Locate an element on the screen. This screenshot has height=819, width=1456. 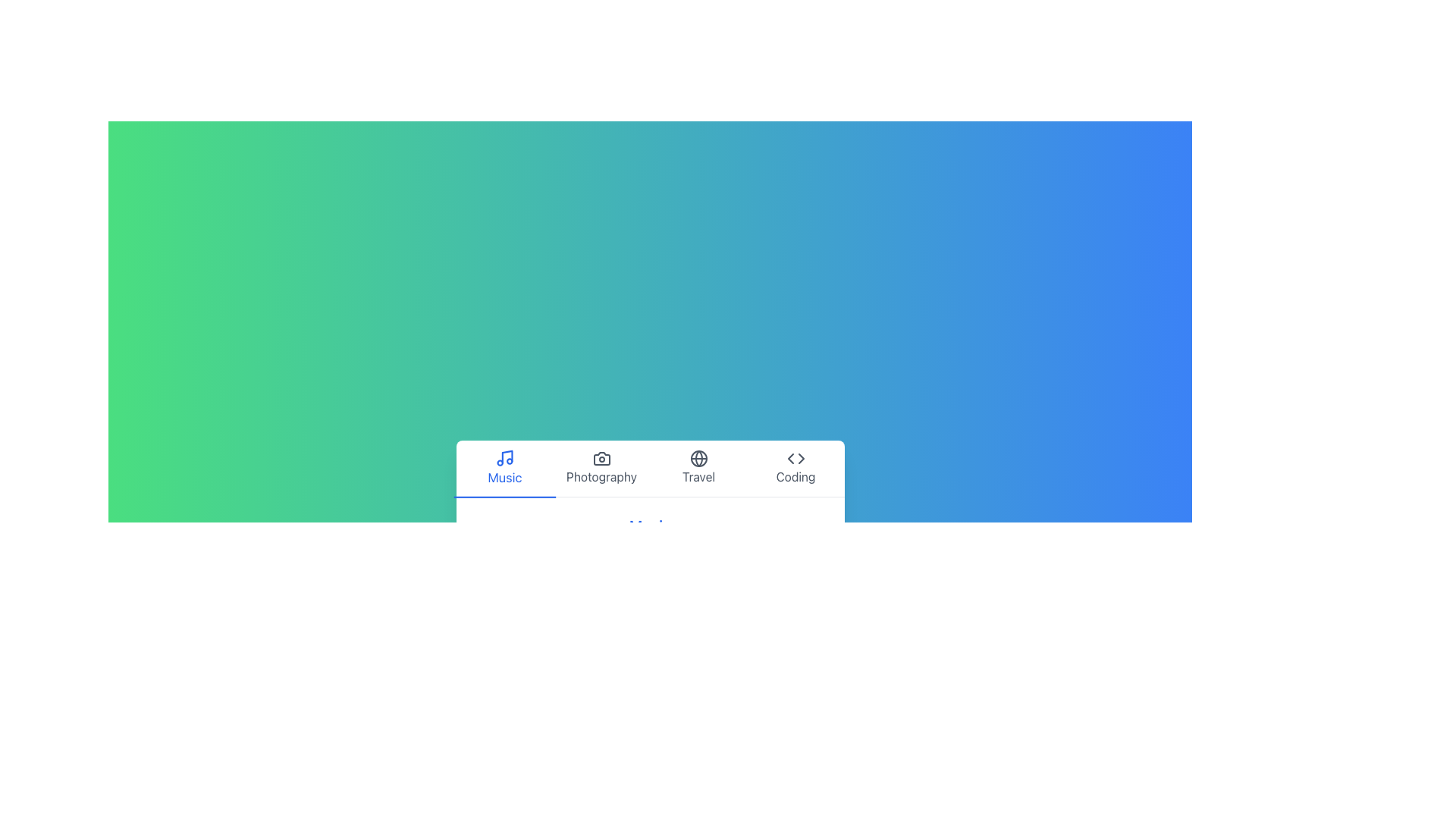
the 'Music' button, the first option in the horizontally aligned menu is located at coordinates (504, 467).